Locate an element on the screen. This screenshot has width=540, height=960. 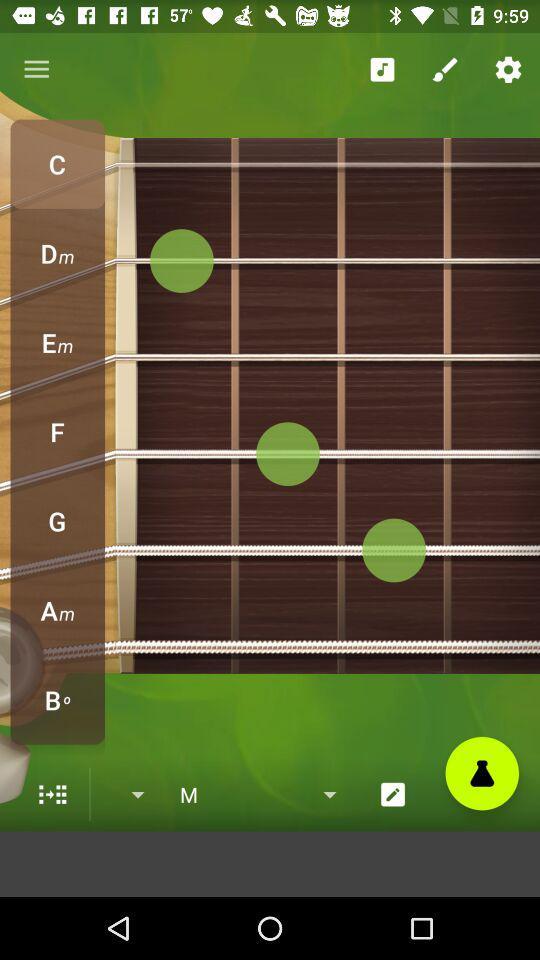
menu option is located at coordinates (52, 794).